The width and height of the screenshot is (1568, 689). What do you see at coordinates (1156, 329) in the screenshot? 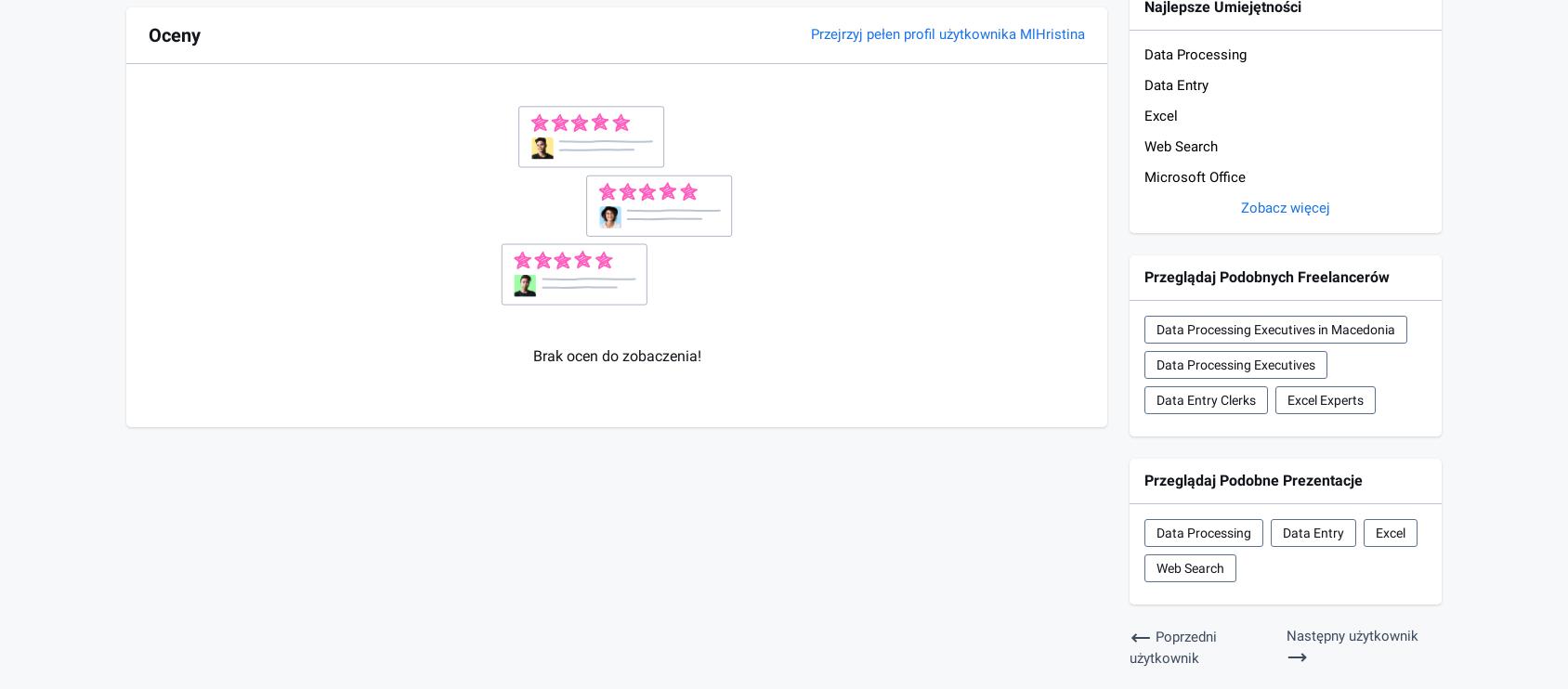
I see `'Data Processing Executives in Macedonia'` at bounding box center [1156, 329].